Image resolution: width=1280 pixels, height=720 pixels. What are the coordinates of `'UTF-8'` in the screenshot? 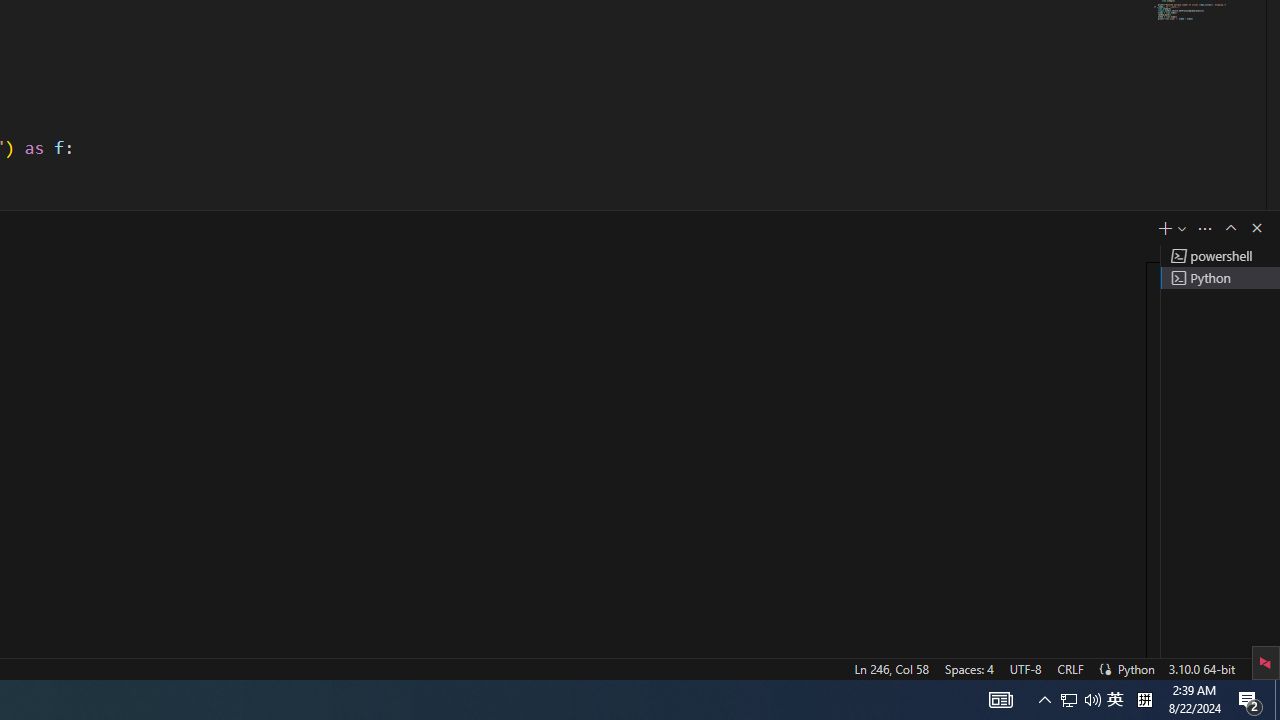 It's located at (1025, 668).